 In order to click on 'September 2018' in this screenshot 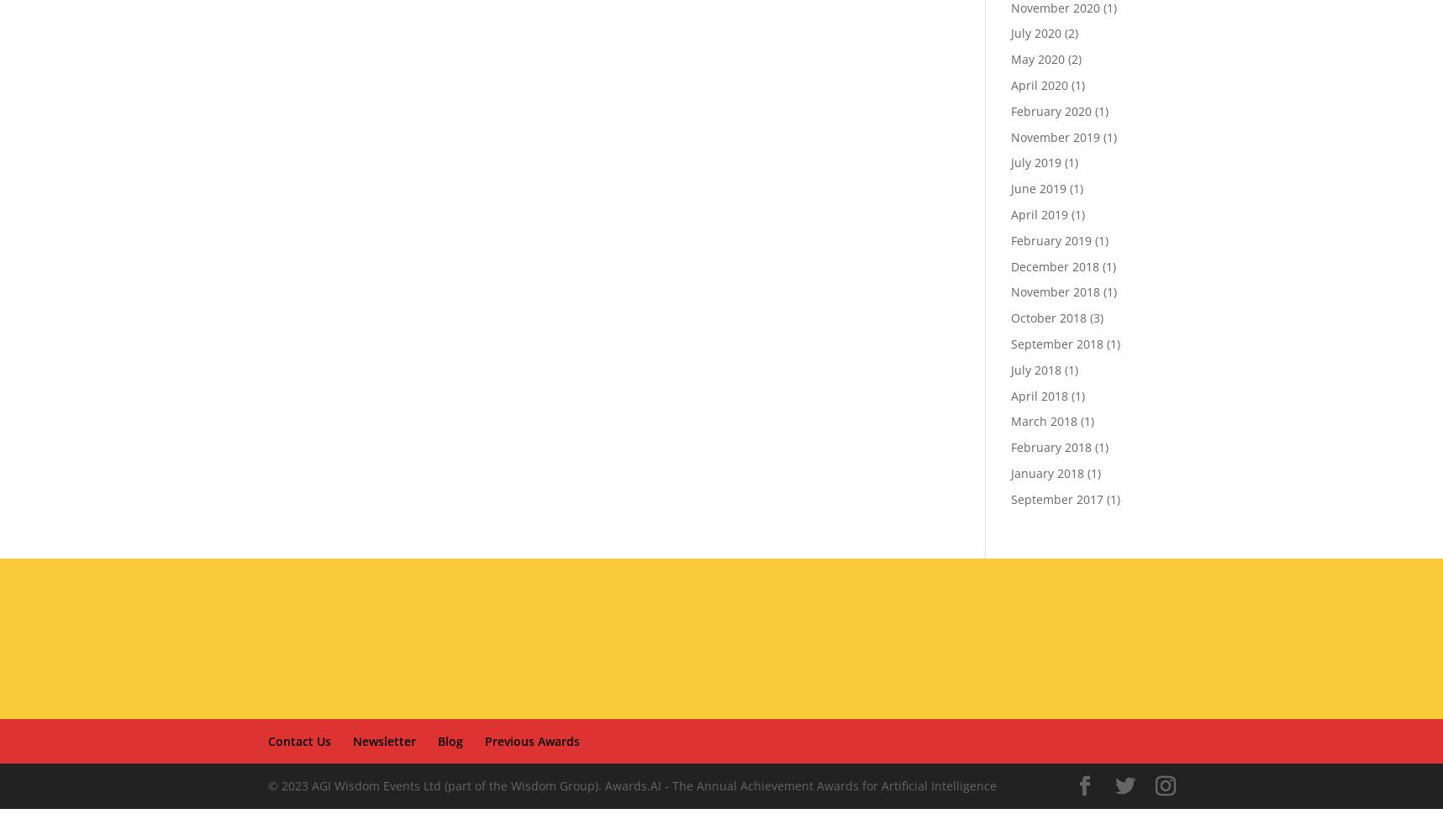, I will do `click(1057, 344)`.